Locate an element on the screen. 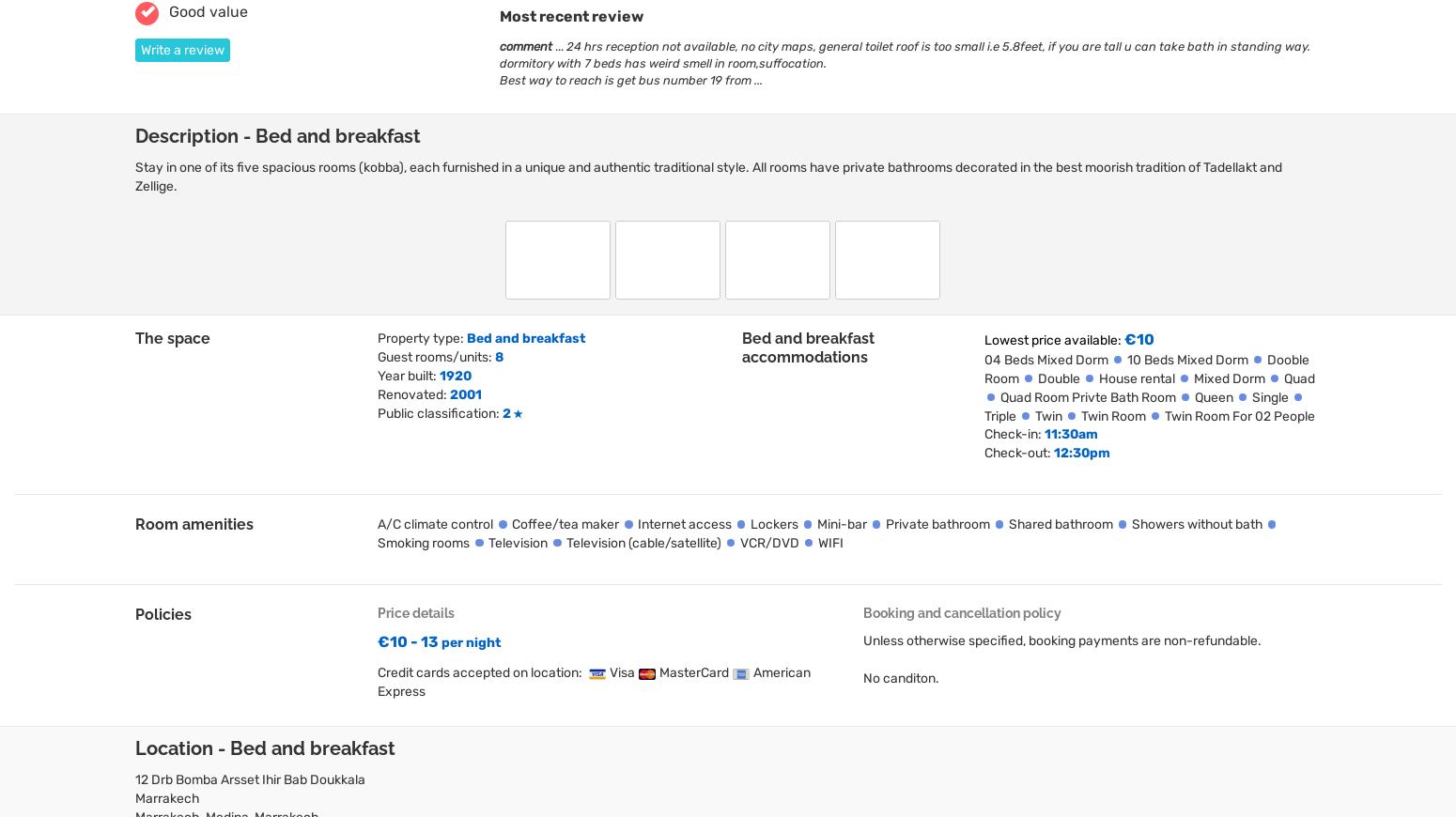  '8' is located at coordinates (498, 355).